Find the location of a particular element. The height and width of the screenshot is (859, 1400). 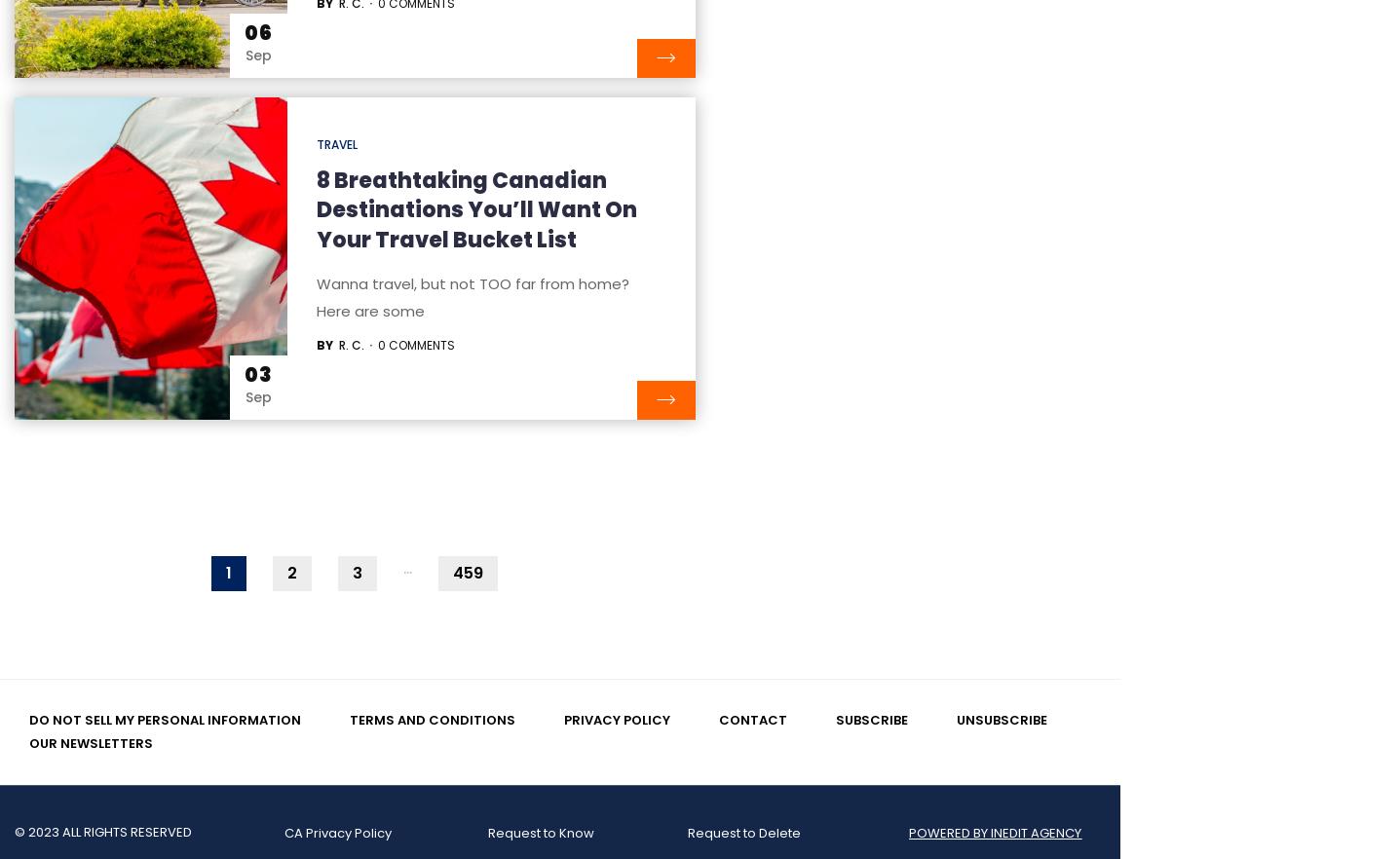

'Terms and Conditions' is located at coordinates (433, 718).